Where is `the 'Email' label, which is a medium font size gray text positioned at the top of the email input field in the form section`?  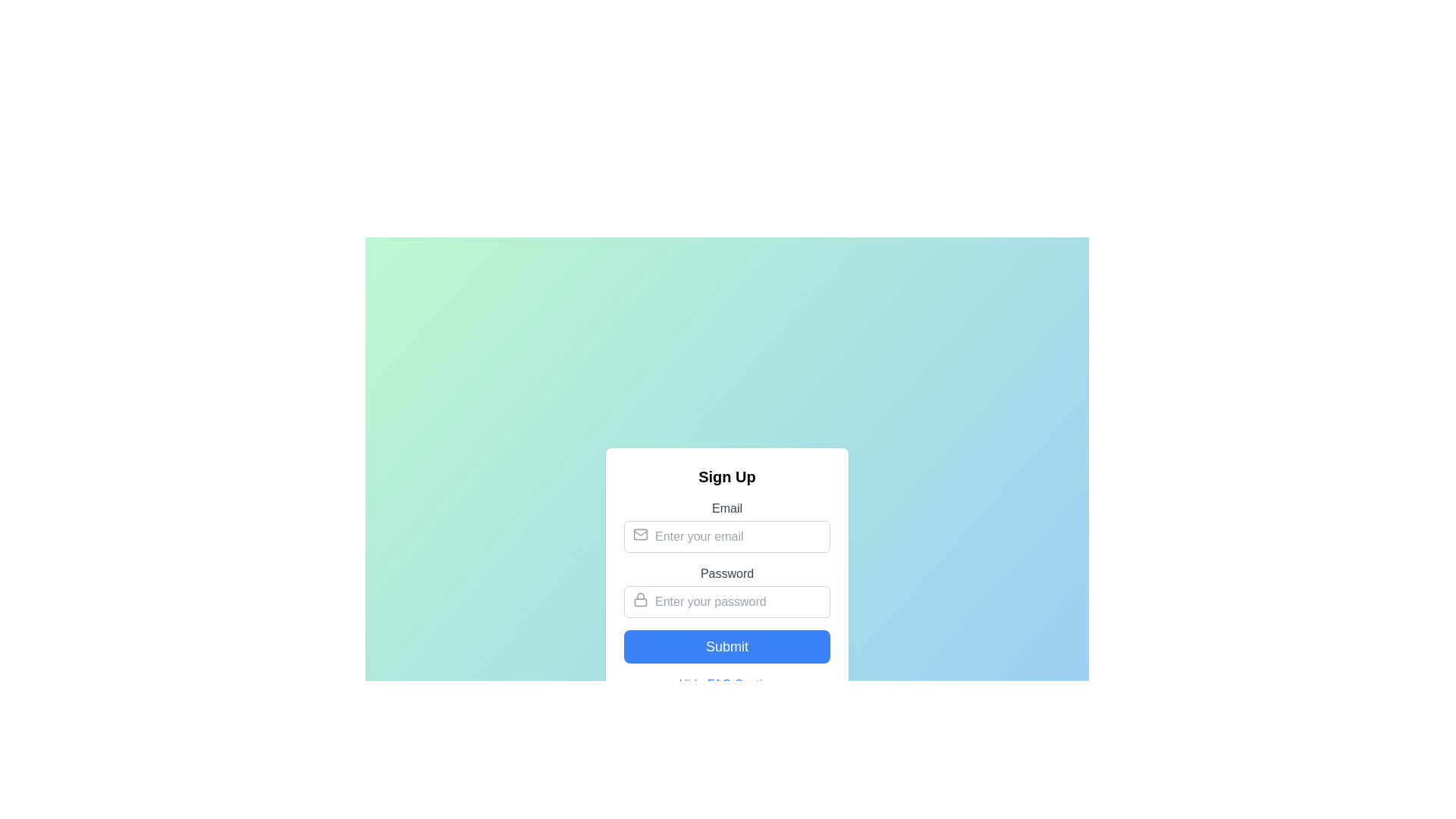
the 'Email' label, which is a medium font size gray text positioned at the top of the email input field in the form section is located at coordinates (726, 509).